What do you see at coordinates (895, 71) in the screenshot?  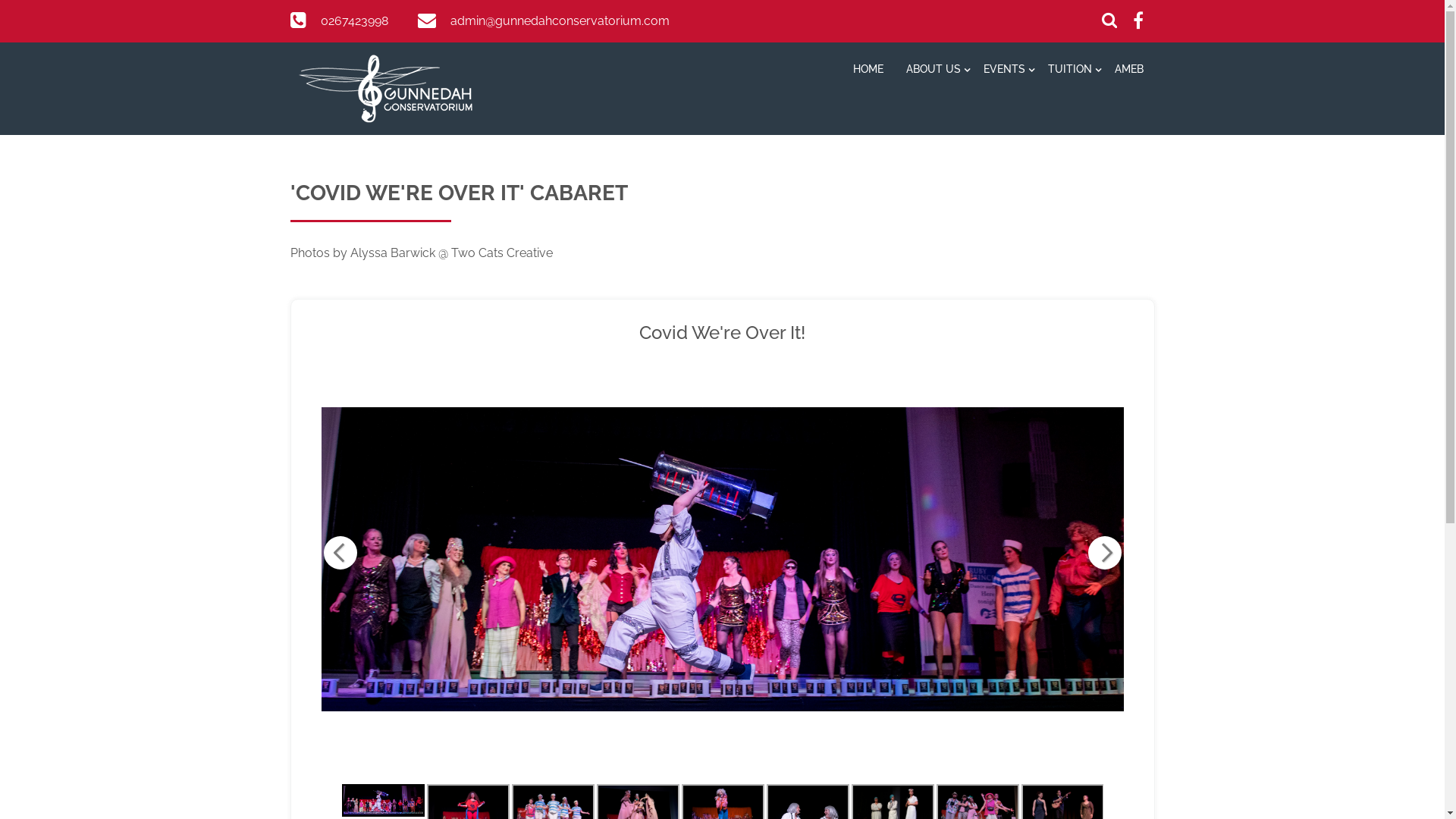 I see `'ABOUT US'` at bounding box center [895, 71].